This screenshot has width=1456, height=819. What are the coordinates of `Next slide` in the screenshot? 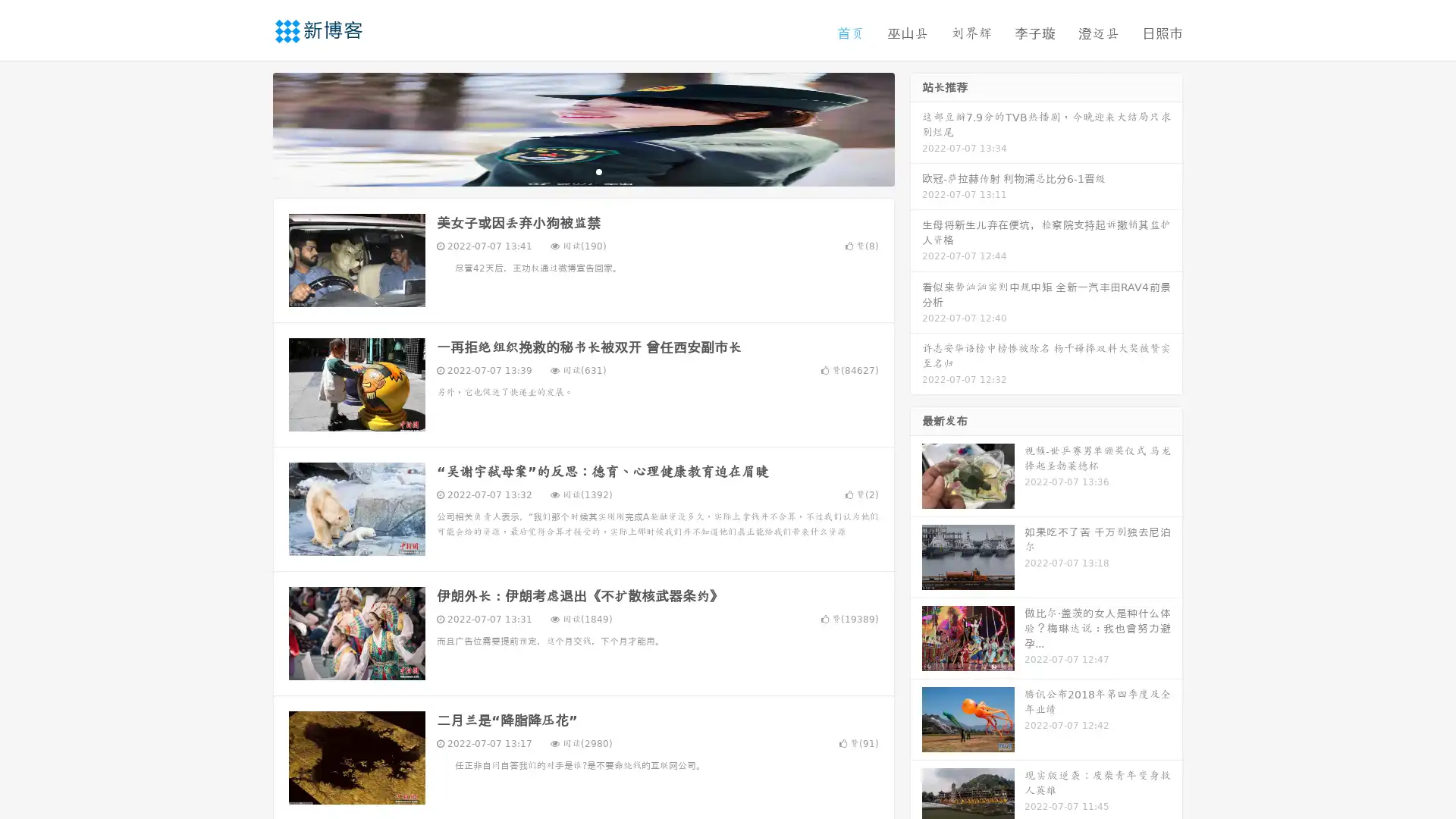 It's located at (916, 127).